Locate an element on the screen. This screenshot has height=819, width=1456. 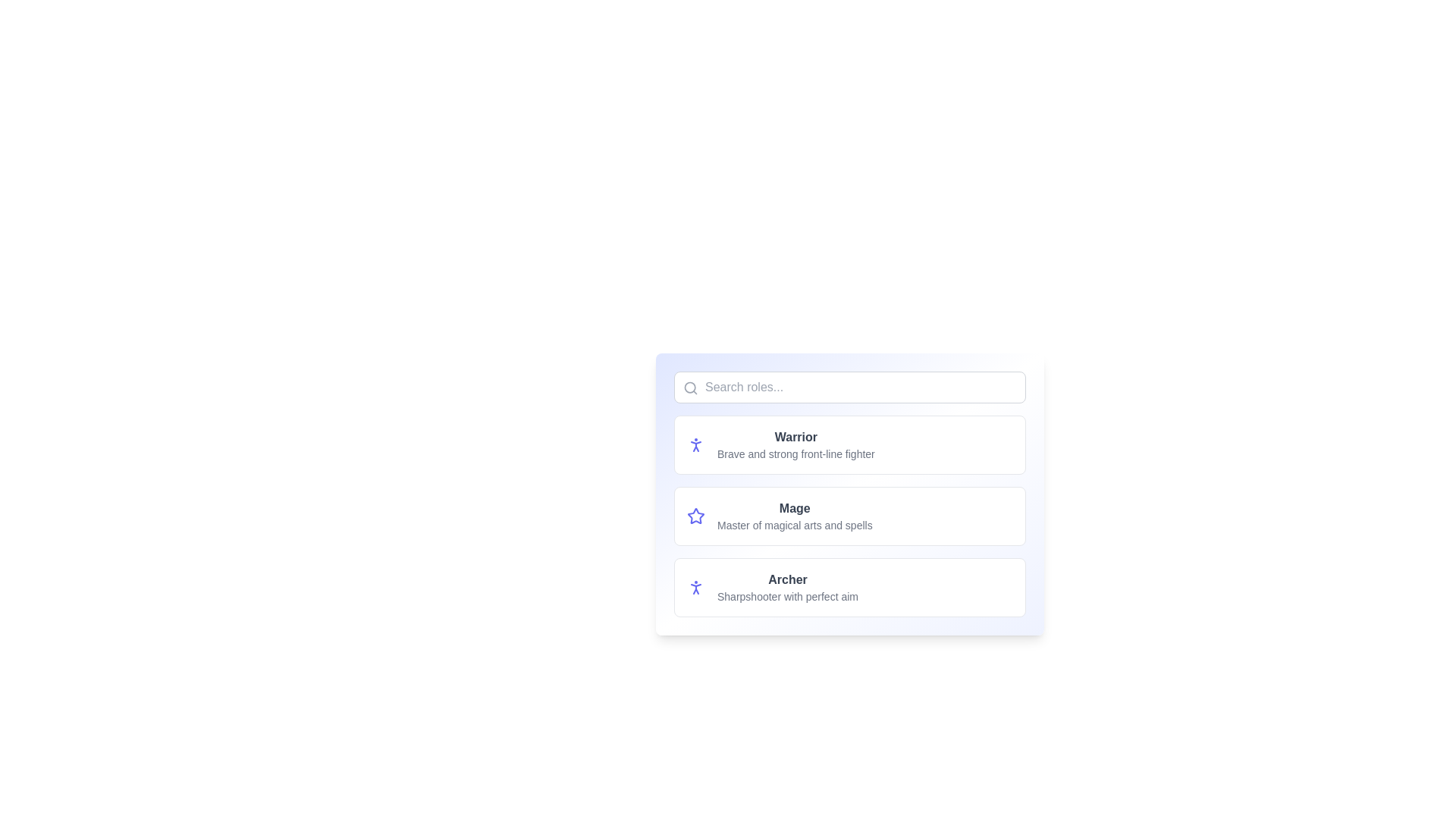
the 'Archer' text label, which is the title for the 'Archer' role in the role selection interface, located in the third entry of the vertical list is located at coordinates (787, 579).